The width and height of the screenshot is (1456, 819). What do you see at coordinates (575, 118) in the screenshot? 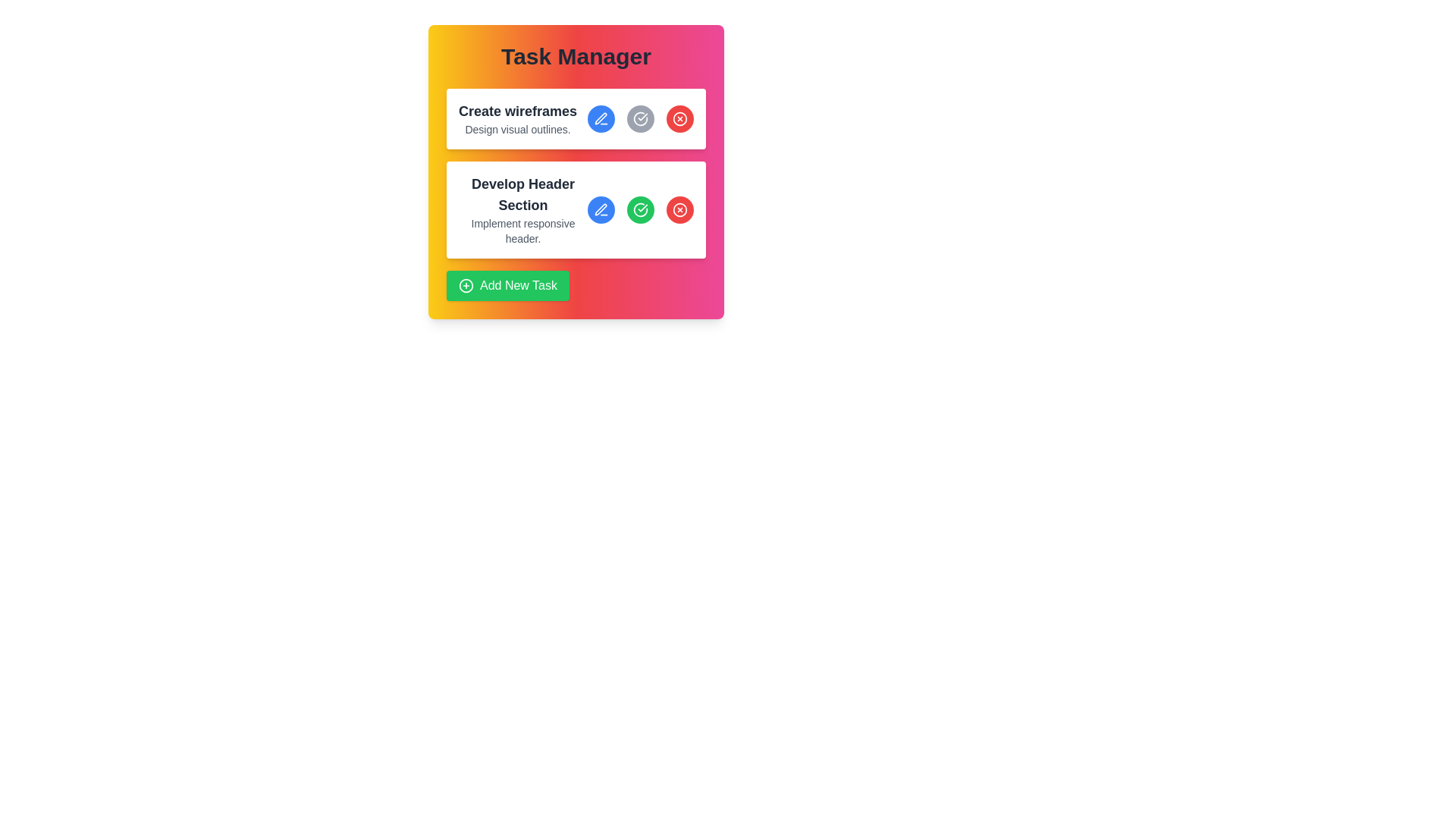
I see `the complete button of the first task block in the task manager to mark the task as done` at bounding box center [575, 118].